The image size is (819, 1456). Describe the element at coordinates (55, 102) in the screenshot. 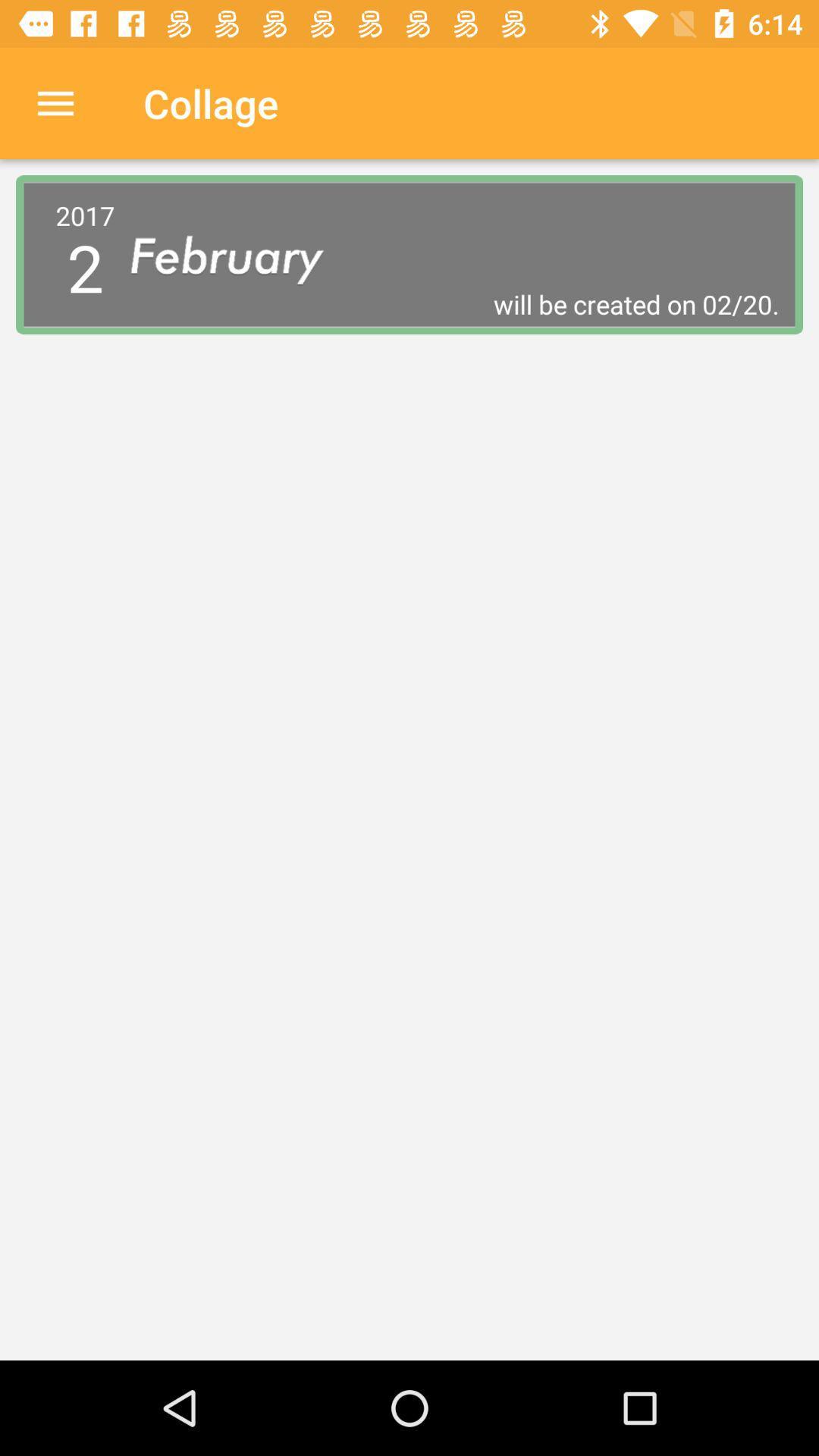

I see `icon next to the collage icon` at that location.